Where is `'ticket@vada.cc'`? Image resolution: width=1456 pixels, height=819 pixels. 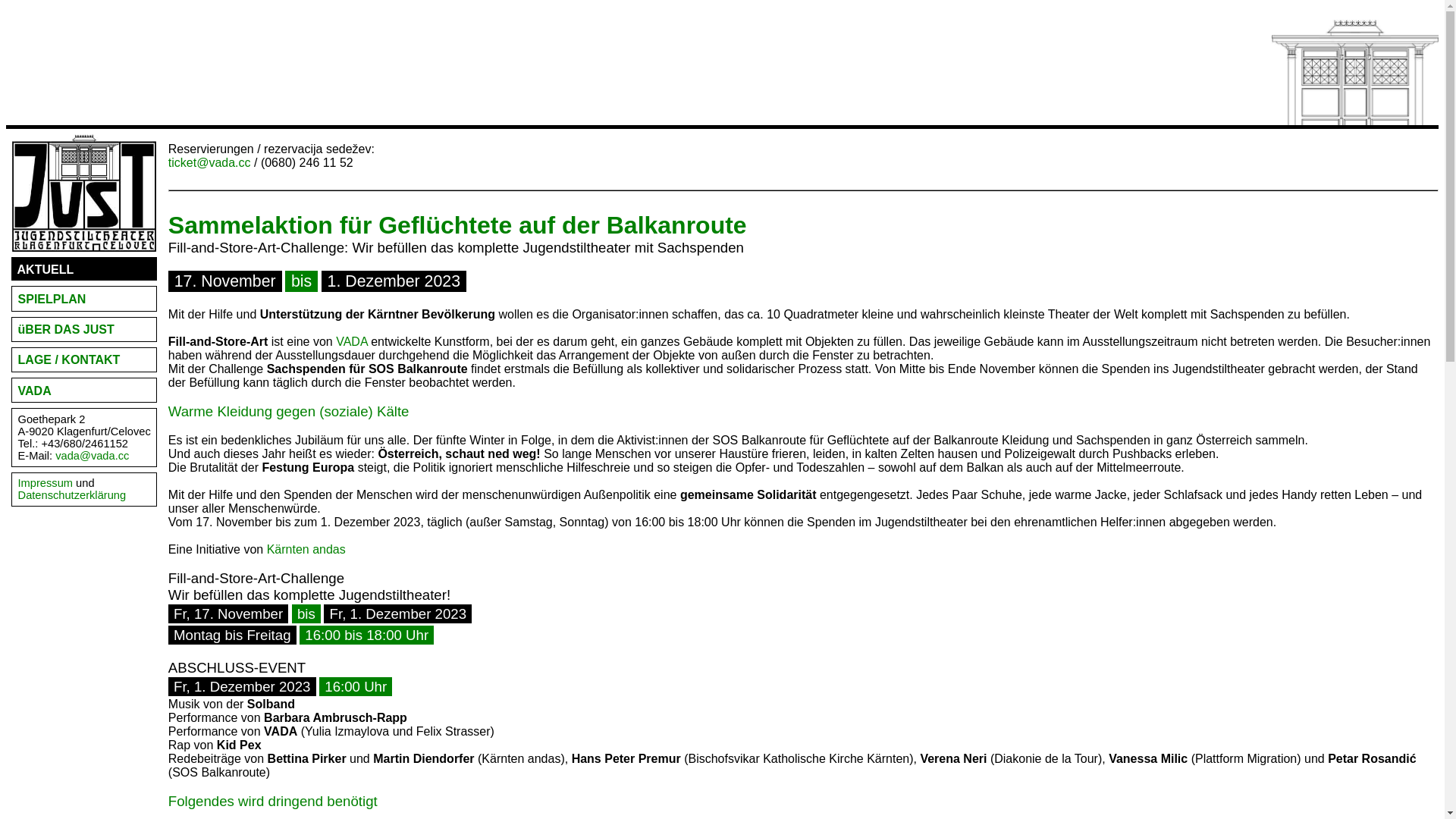
'ticket@vada.cc' is located at coordinates (209, 162).